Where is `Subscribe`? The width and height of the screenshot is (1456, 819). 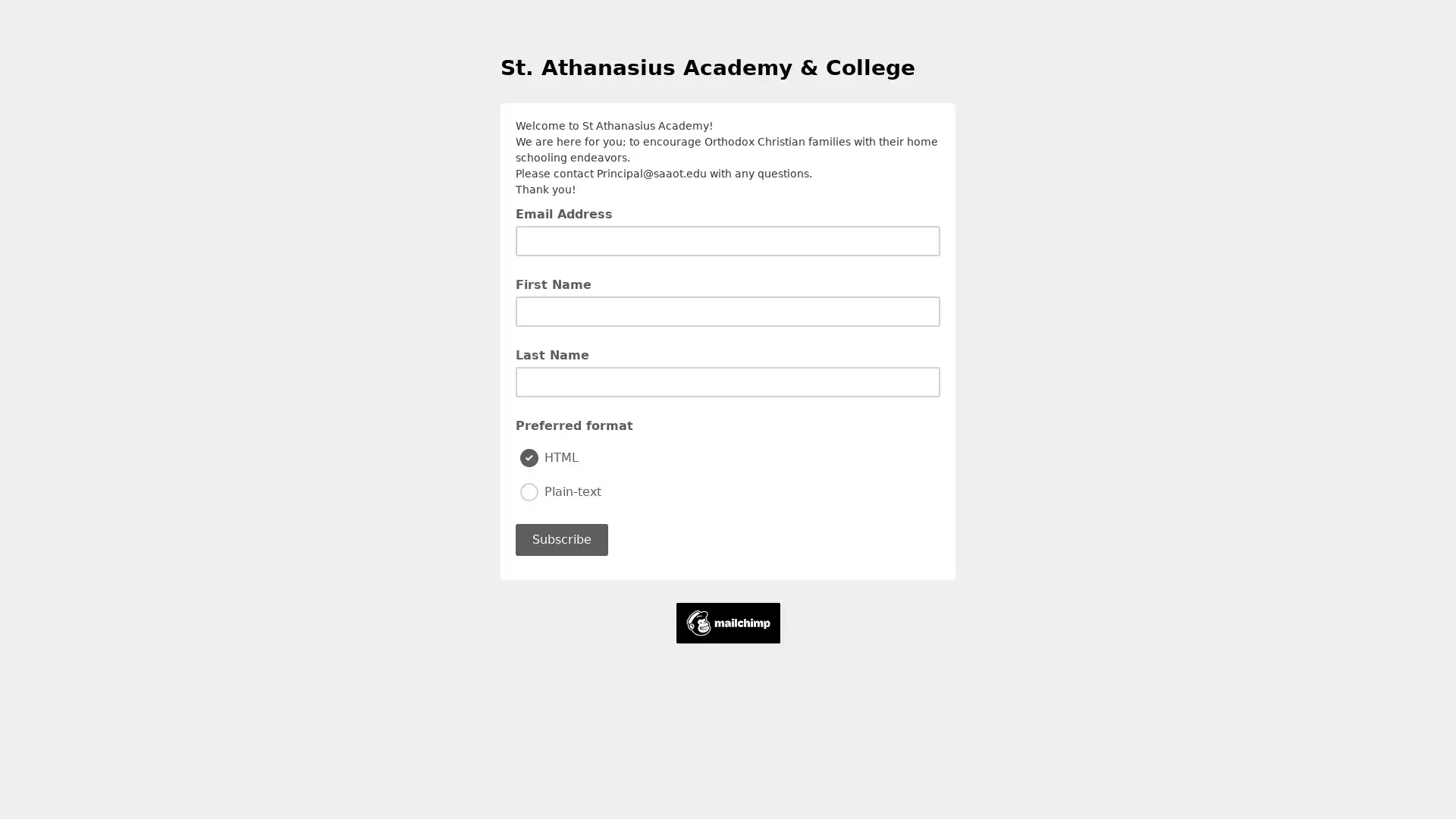 Subscribe is located at coordinates (560, 538).